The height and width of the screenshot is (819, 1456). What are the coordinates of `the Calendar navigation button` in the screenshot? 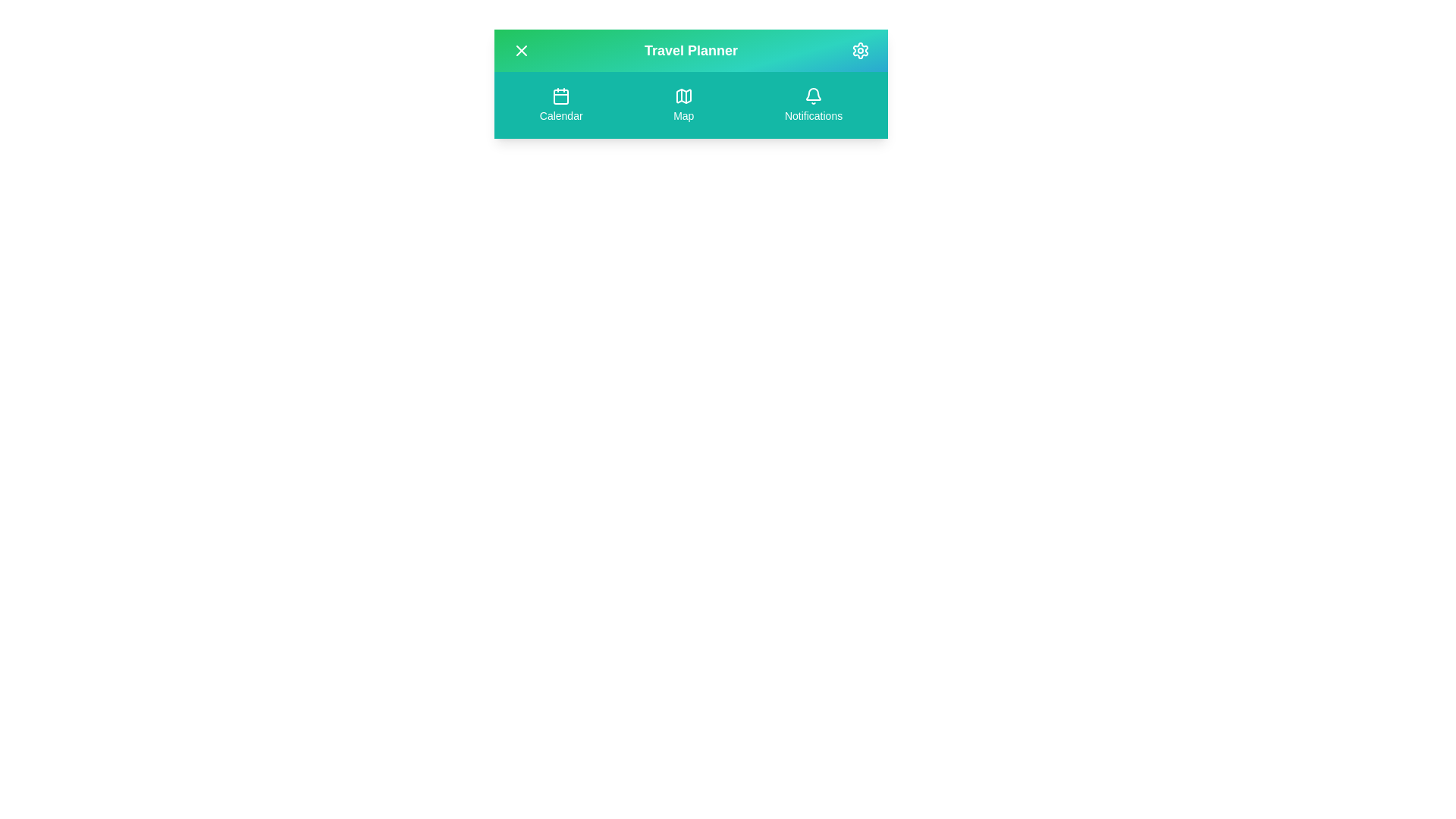 It's located at (560, 104).